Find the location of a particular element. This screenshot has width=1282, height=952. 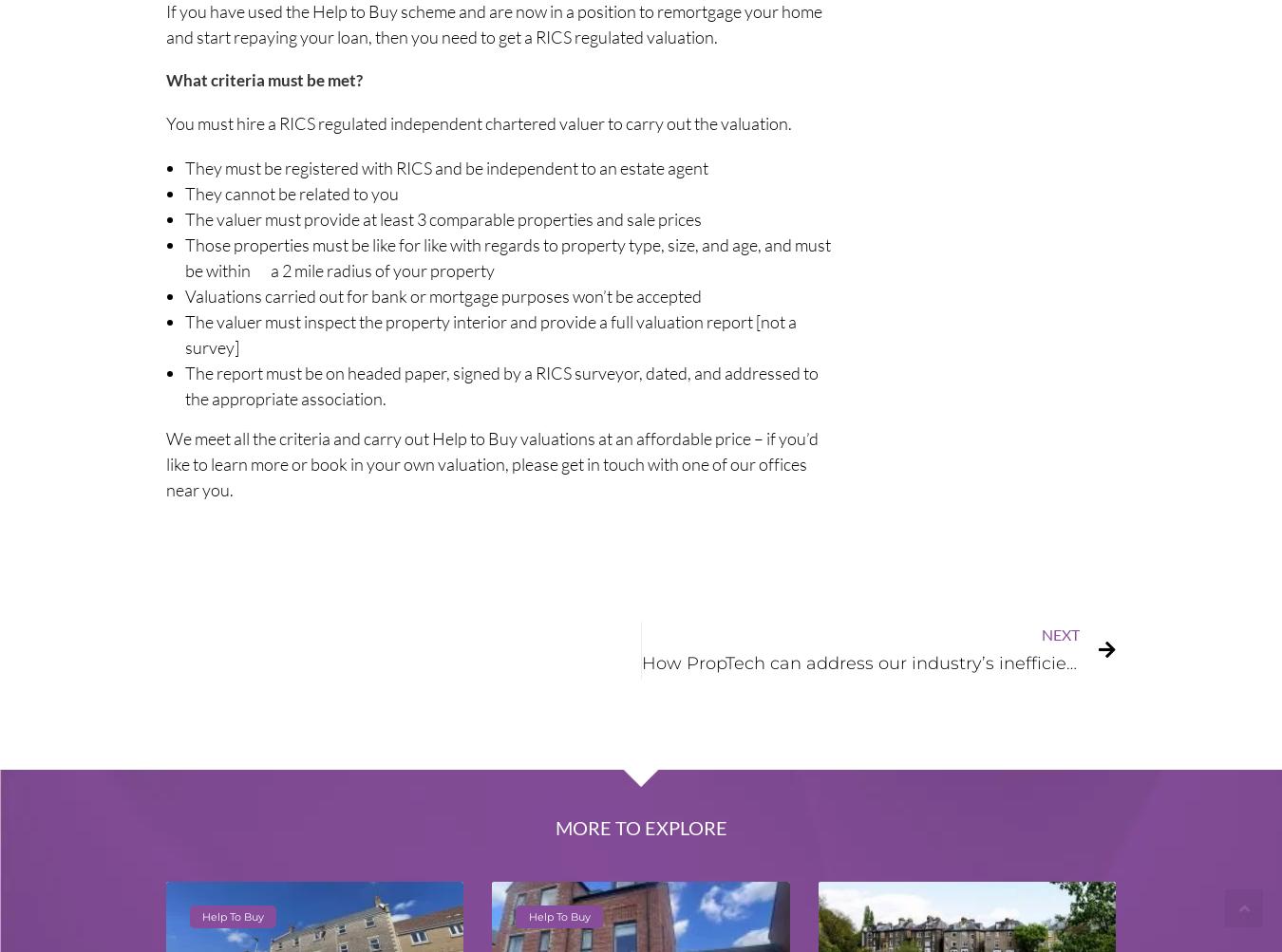

'Next' is located at coordinates (1060, 633).